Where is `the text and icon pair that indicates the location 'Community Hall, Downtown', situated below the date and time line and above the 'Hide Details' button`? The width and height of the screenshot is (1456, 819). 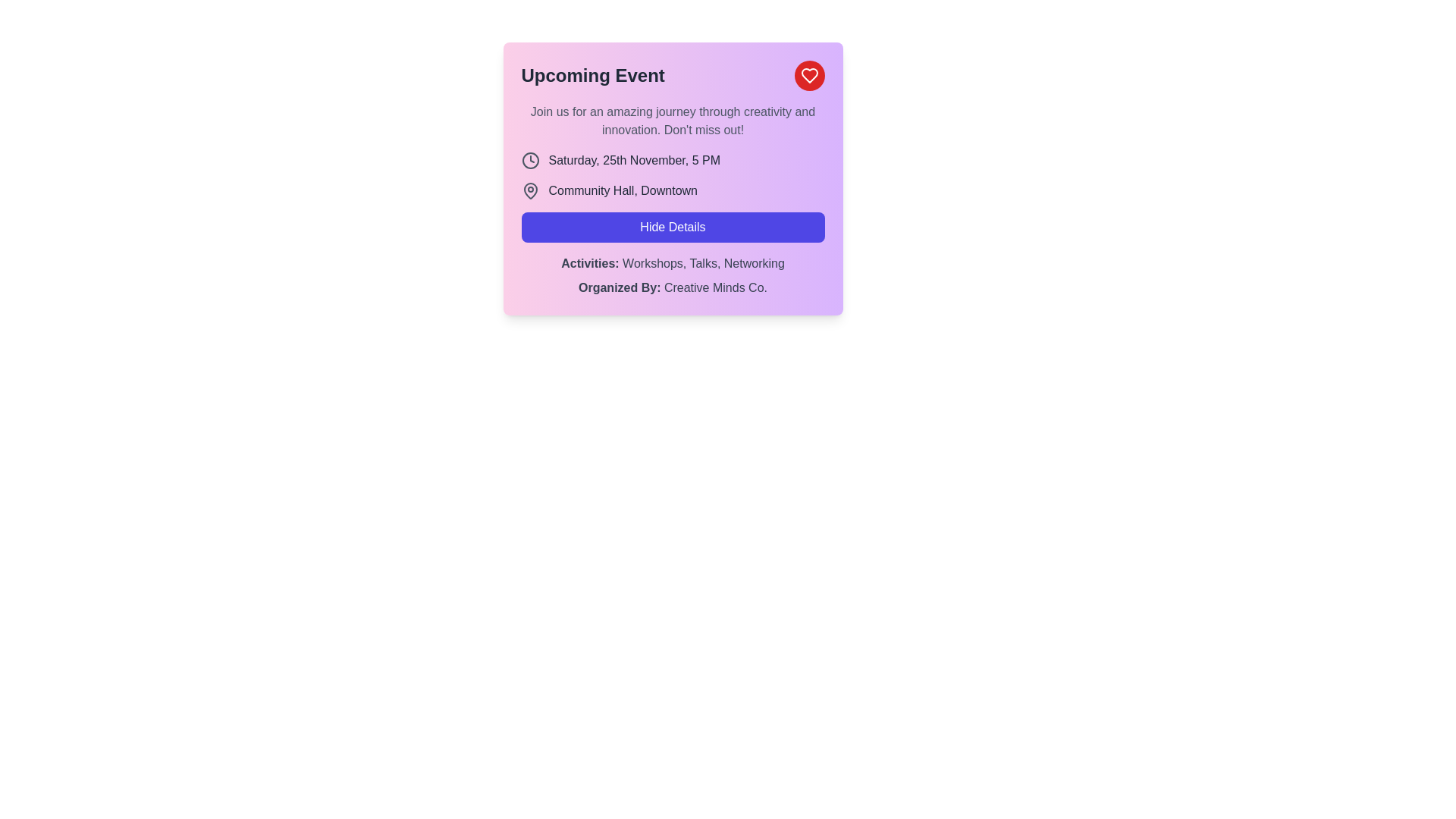 the text and icon pair that indicates the location 'Community Hall, Downtown', situated below the date and time line and above the 'Hide Details' button is located at coordinates (672, 190).